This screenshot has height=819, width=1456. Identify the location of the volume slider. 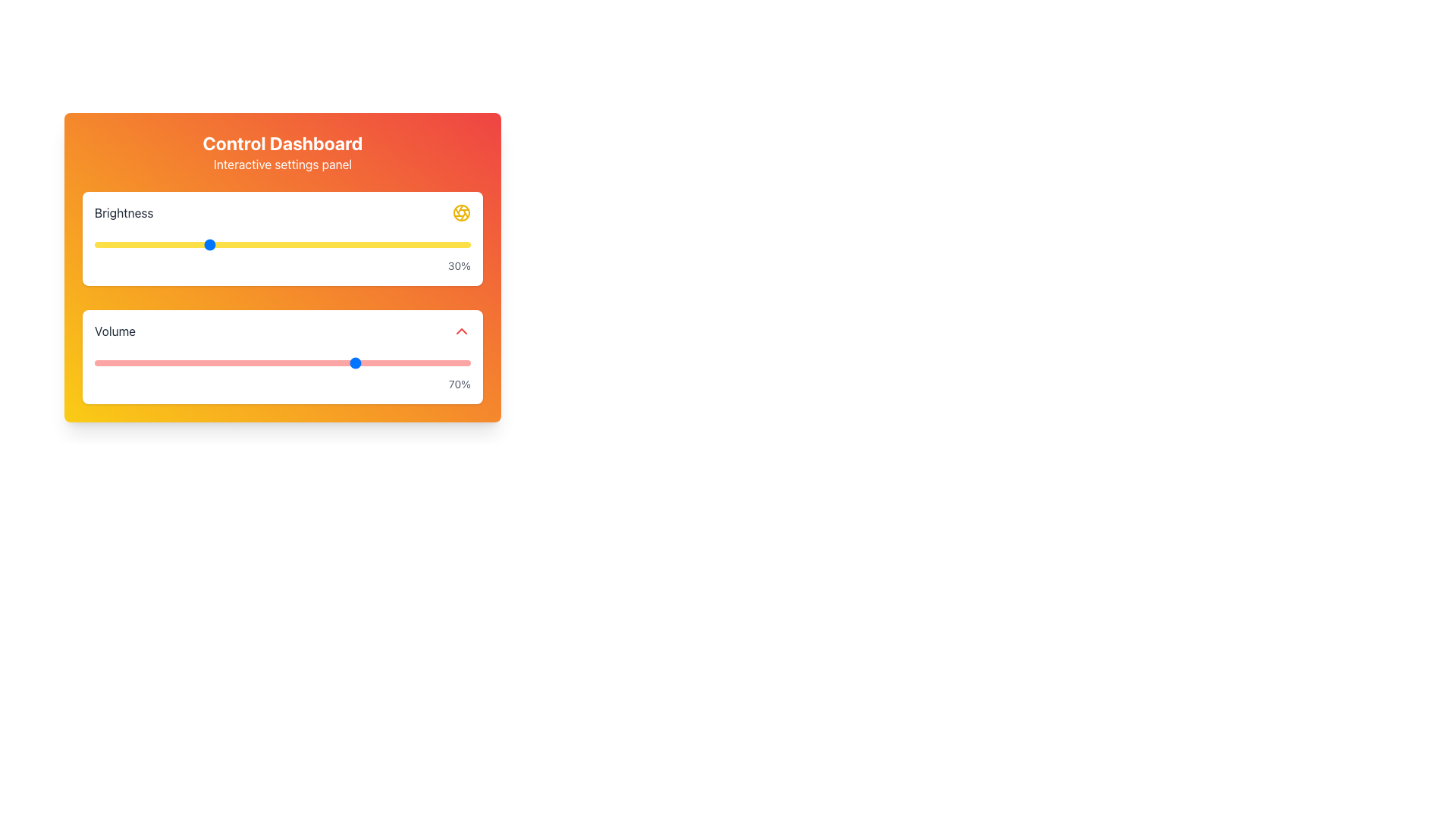
(210, 362).